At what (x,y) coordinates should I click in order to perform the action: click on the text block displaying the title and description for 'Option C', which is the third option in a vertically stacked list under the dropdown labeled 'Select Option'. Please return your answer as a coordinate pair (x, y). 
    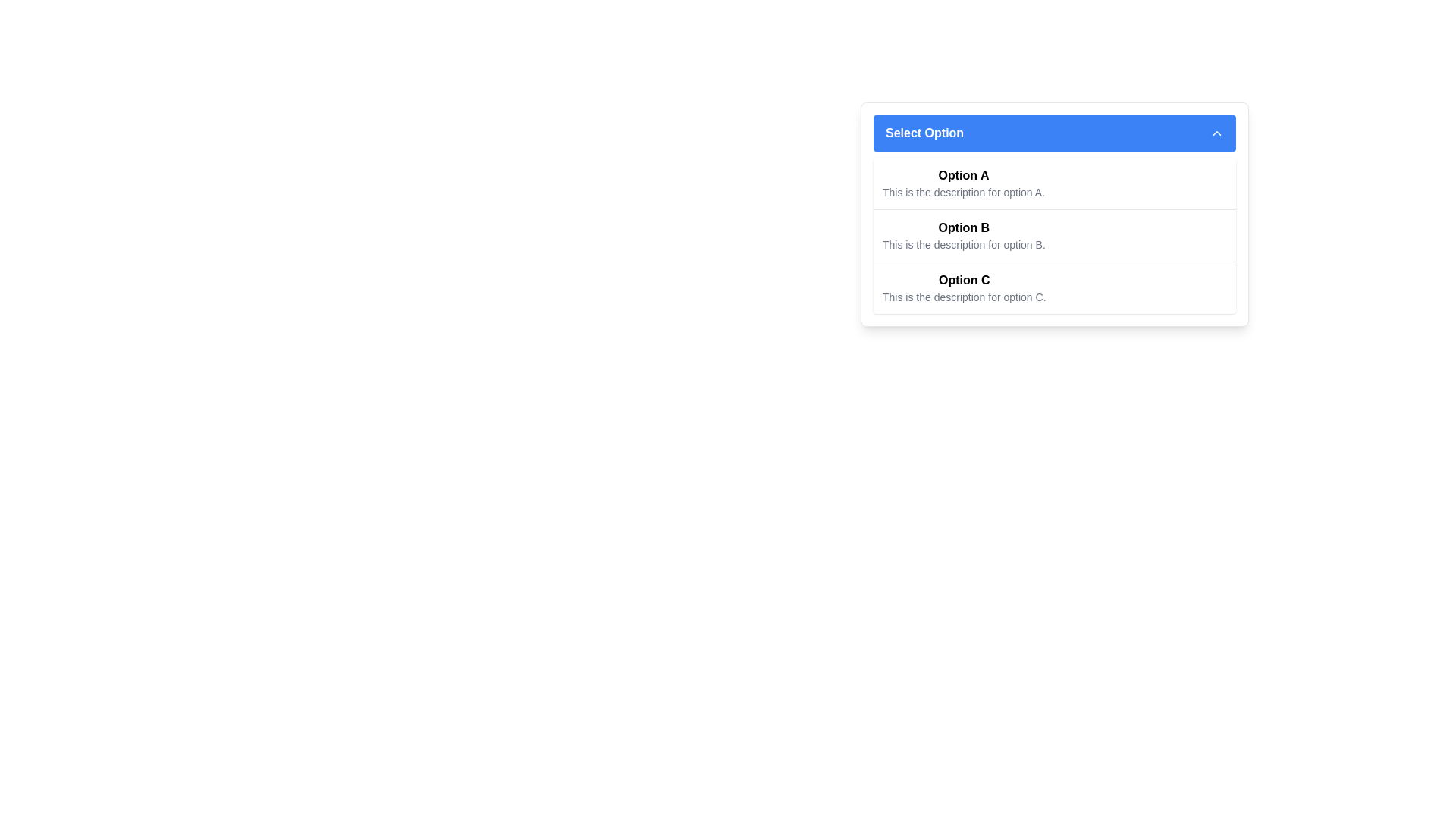
    Looking at the image, I should click on (963, 288).